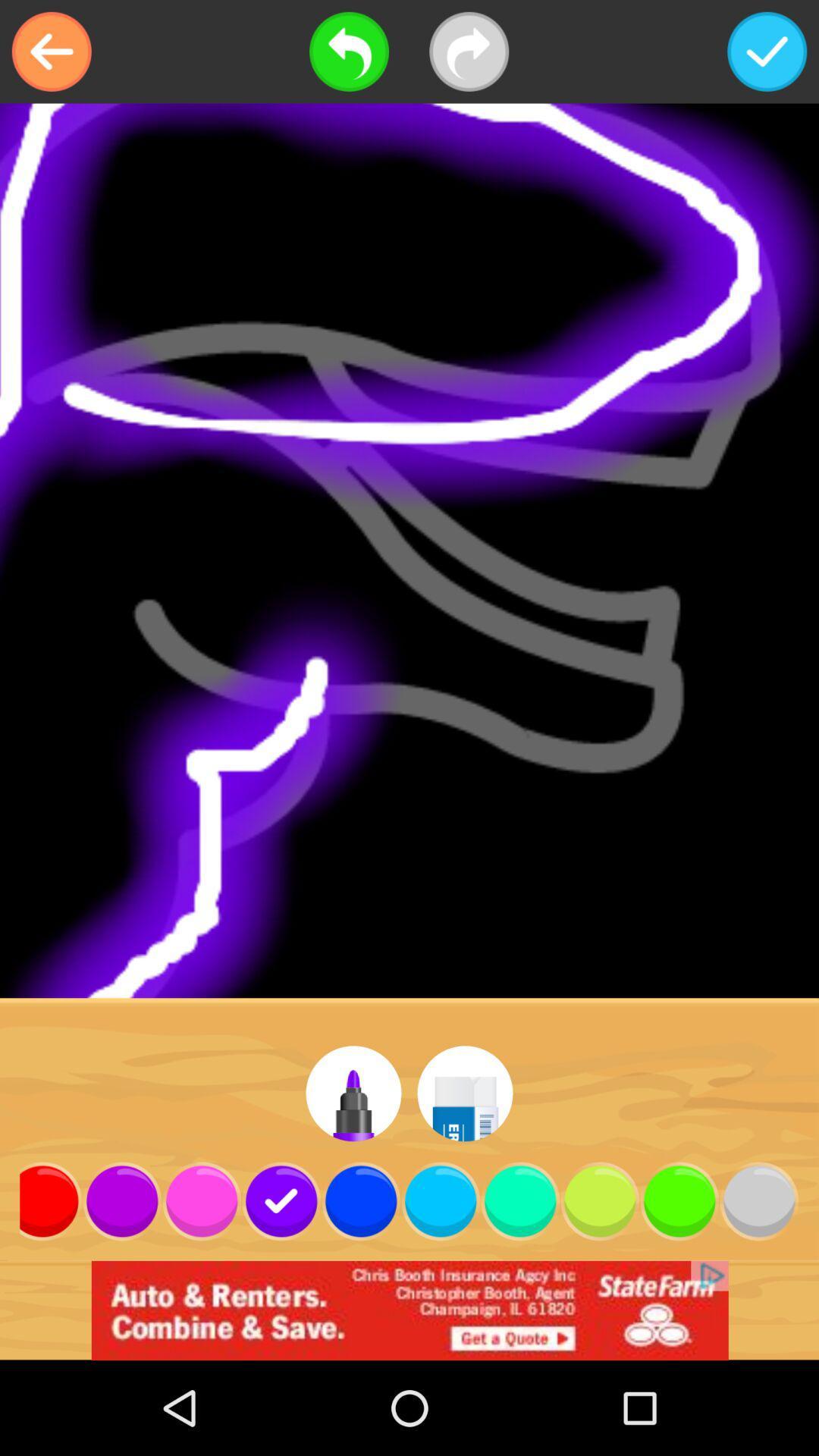  Describe the element at coordinates (468, 52) in the screenshot. I see `go forward` at that location.